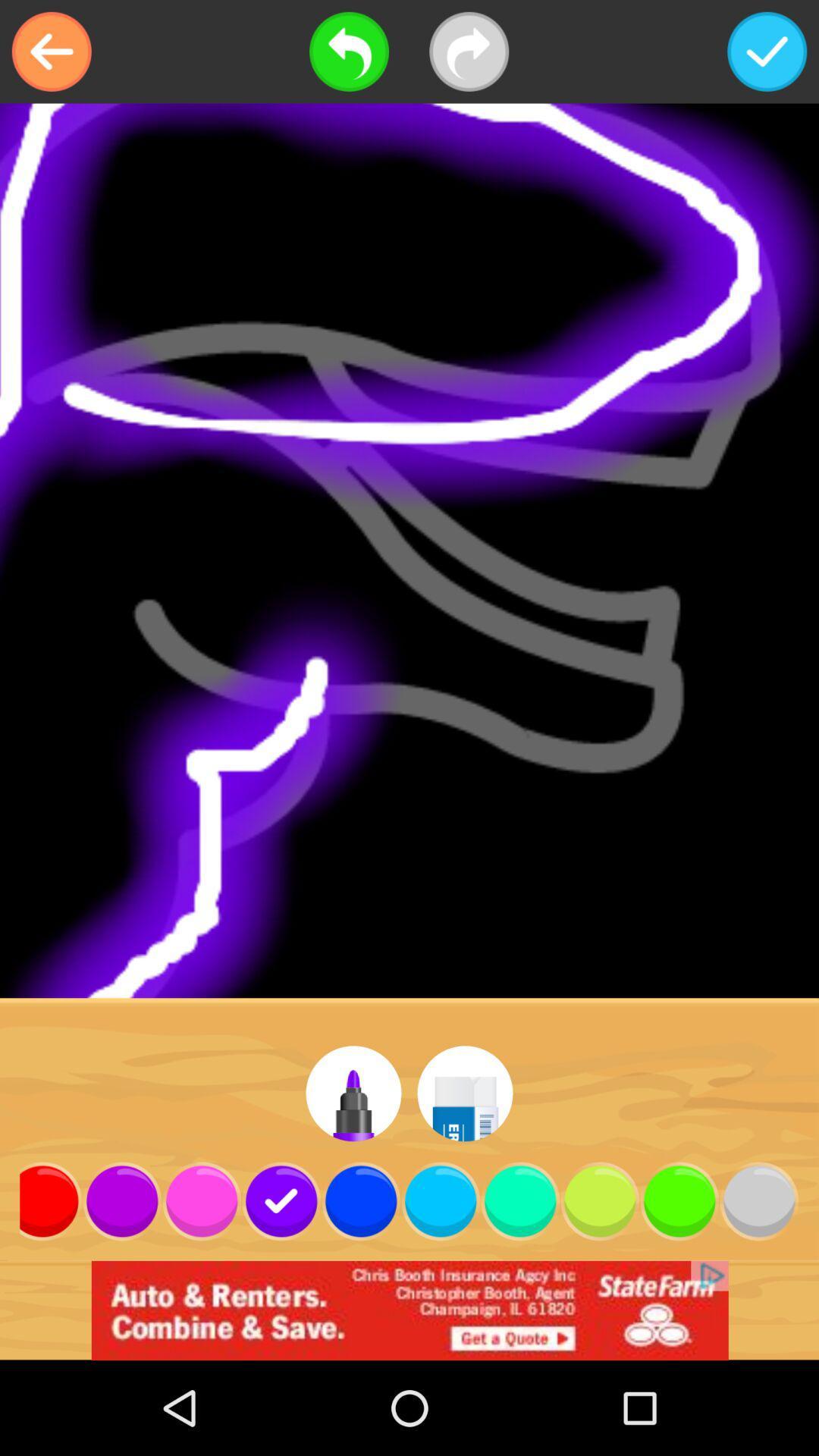  Describe the element at coordinates (468, 52) in the screenshot. I see `go forward` at that location.